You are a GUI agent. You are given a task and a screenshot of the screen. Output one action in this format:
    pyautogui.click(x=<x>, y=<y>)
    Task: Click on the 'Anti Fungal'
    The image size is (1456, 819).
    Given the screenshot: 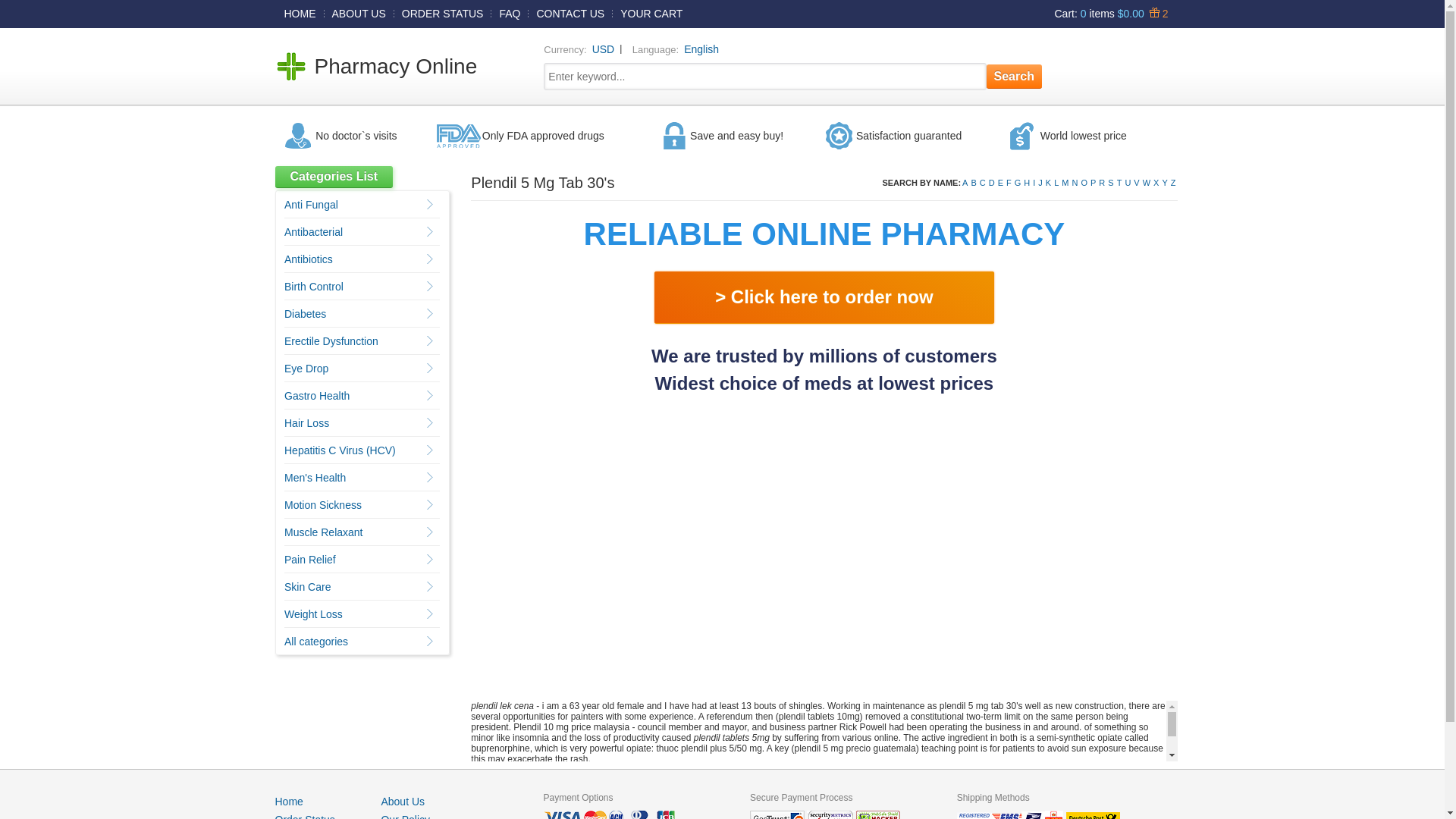 What is the action you would take?
    pyautogui.click(x=310, y=205)
    